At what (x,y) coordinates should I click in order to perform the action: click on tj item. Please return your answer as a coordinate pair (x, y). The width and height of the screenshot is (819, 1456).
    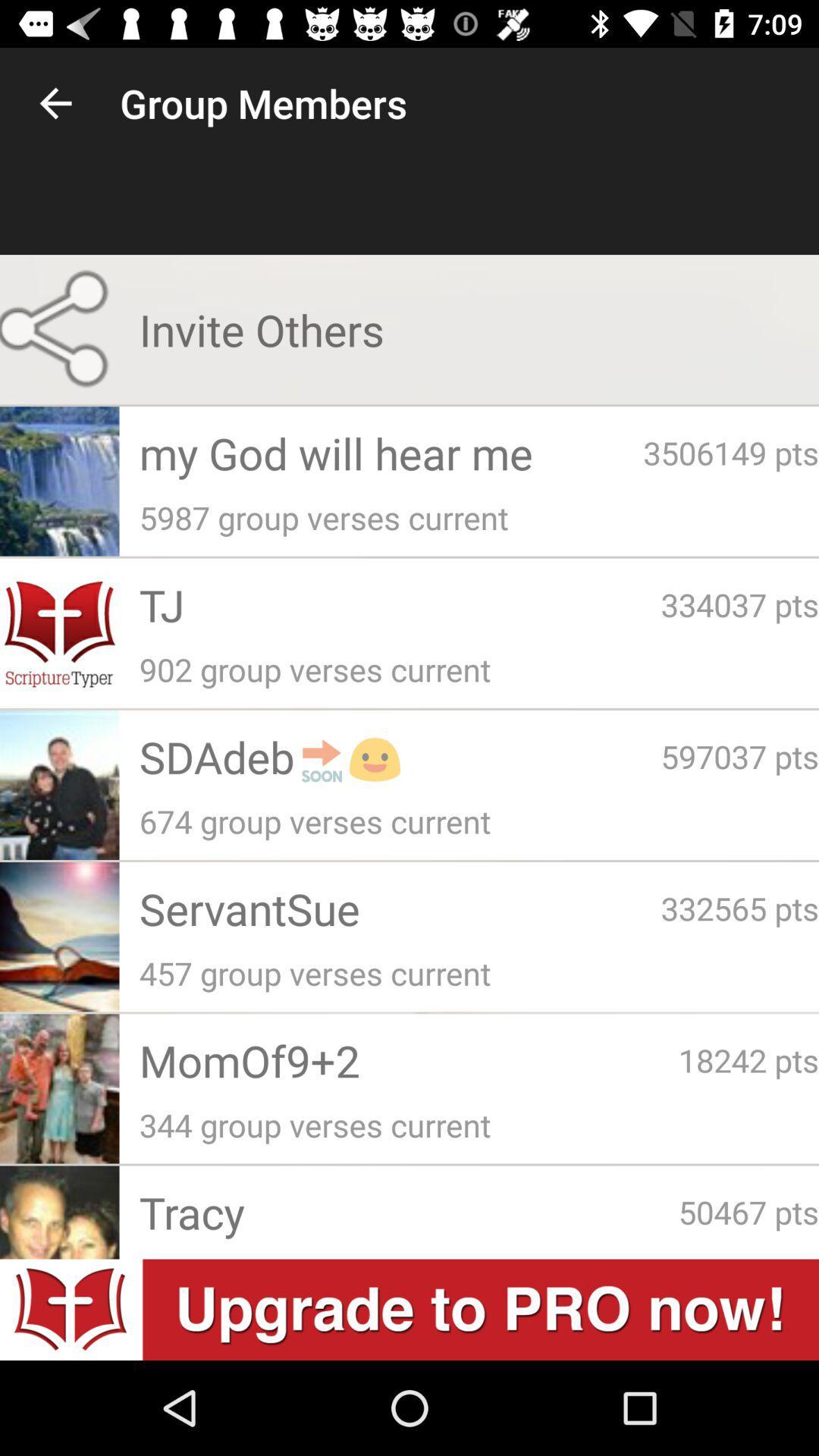
    Looking at the image, I should click on (399, 604).